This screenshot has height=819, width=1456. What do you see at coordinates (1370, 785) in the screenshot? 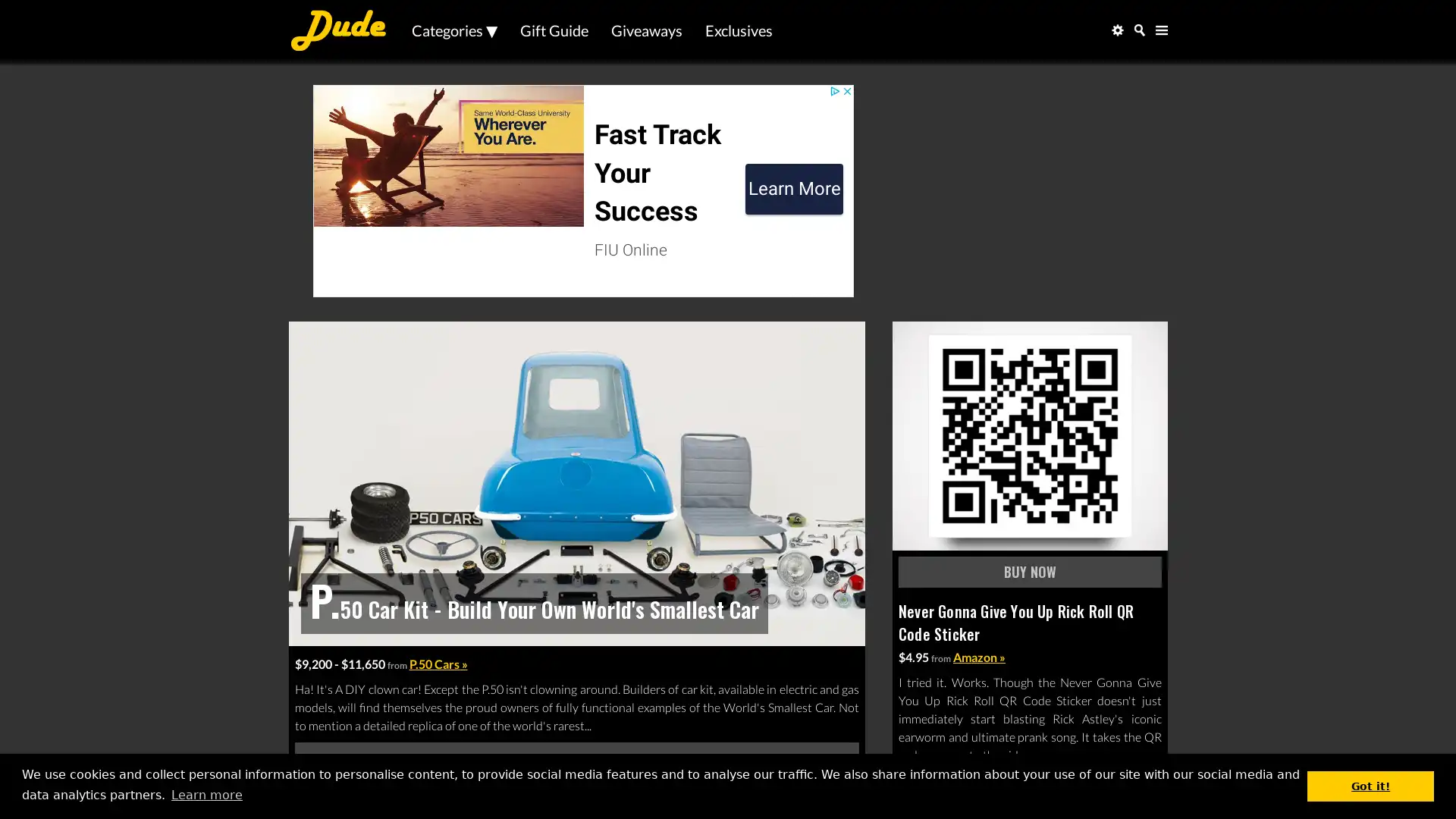
I see `dismiss cookie message` at bounding box center [1370, 785].